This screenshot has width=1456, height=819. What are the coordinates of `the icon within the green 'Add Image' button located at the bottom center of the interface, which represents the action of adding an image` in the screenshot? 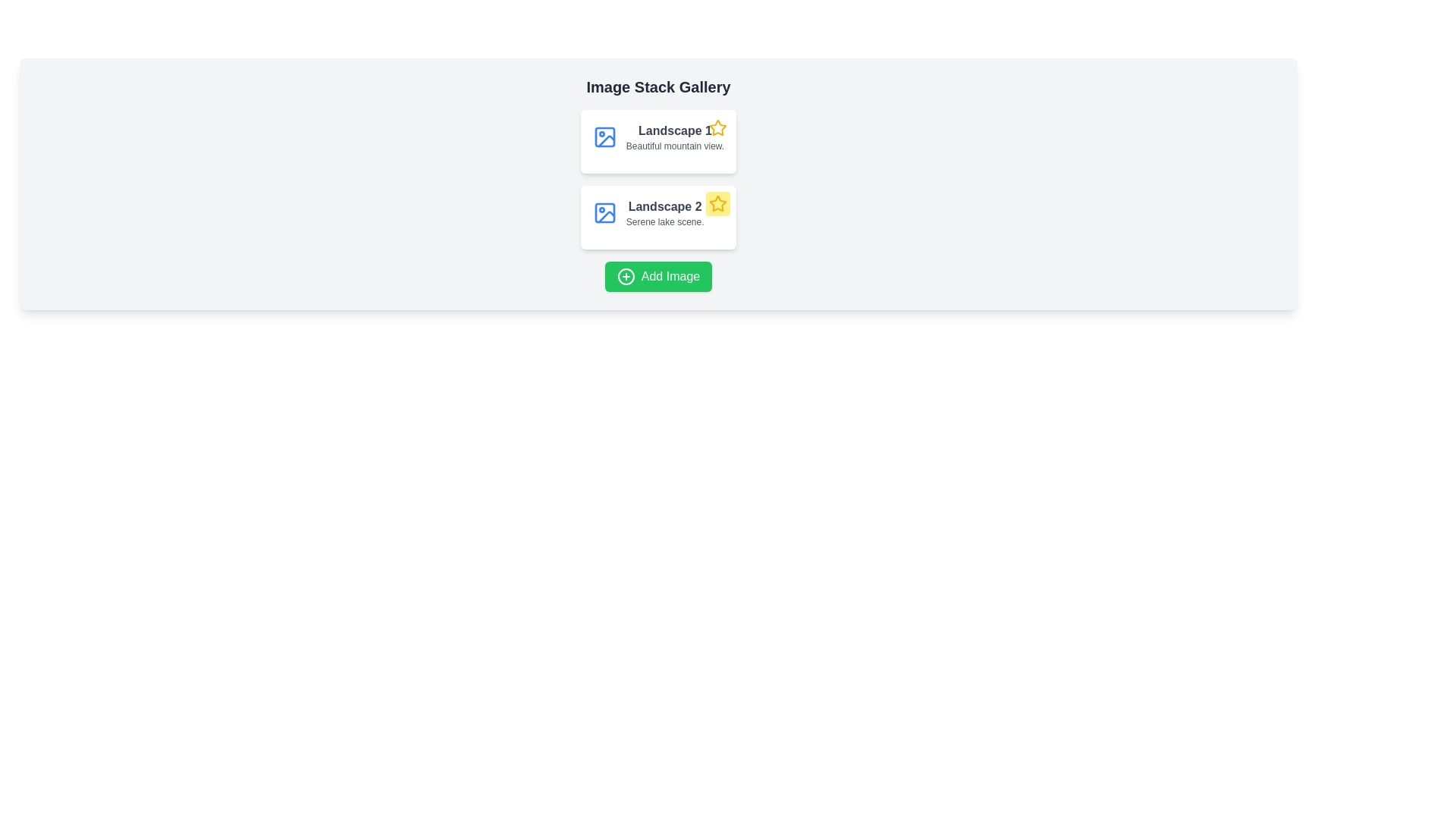 It's located at (626, 277).